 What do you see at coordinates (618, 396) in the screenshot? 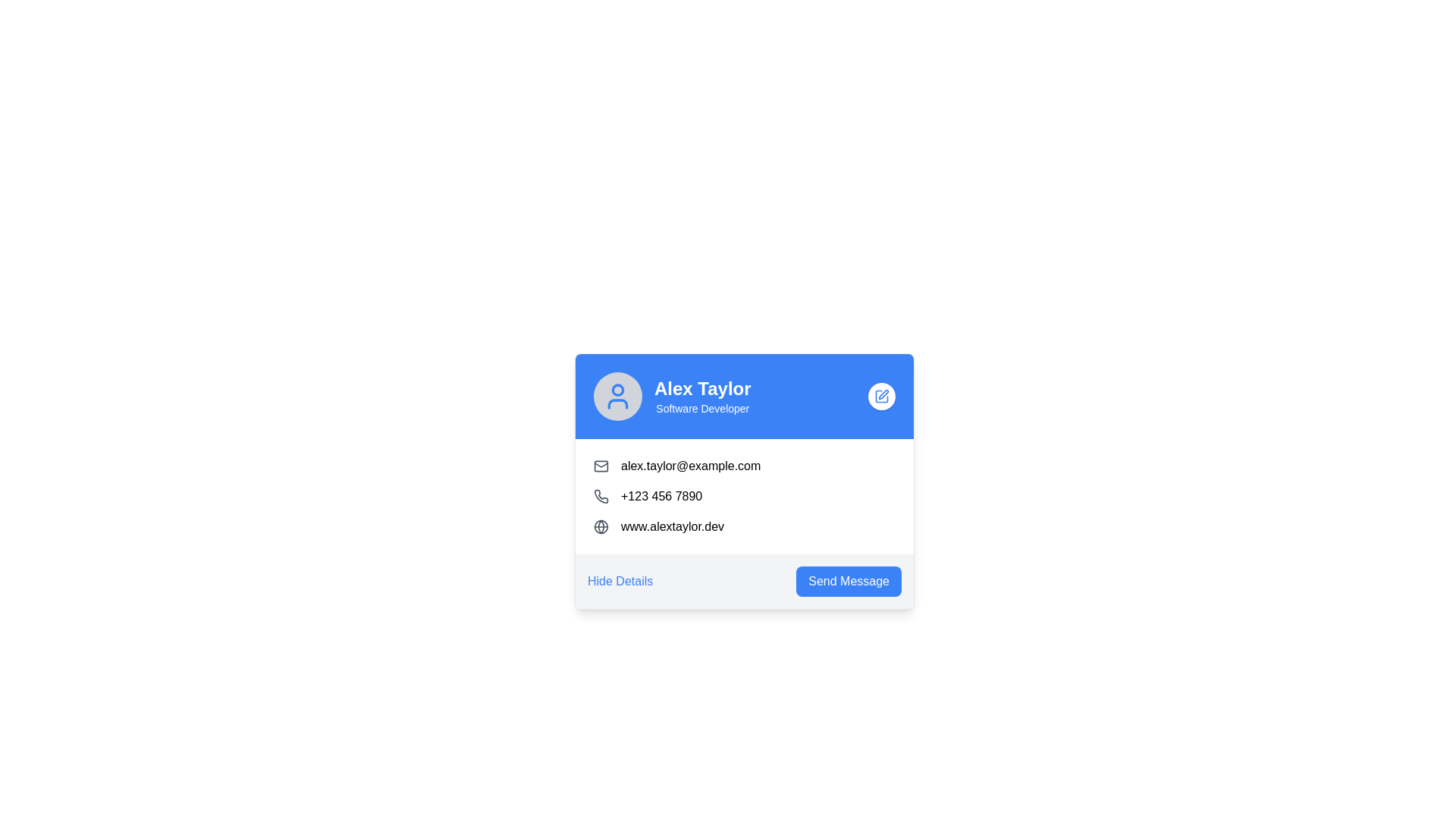
I see `the user profile icon, which is a circular icon with a light blue foreground image representing a person, centered within a gray background on the profile card` at bounding box center [618, 396].